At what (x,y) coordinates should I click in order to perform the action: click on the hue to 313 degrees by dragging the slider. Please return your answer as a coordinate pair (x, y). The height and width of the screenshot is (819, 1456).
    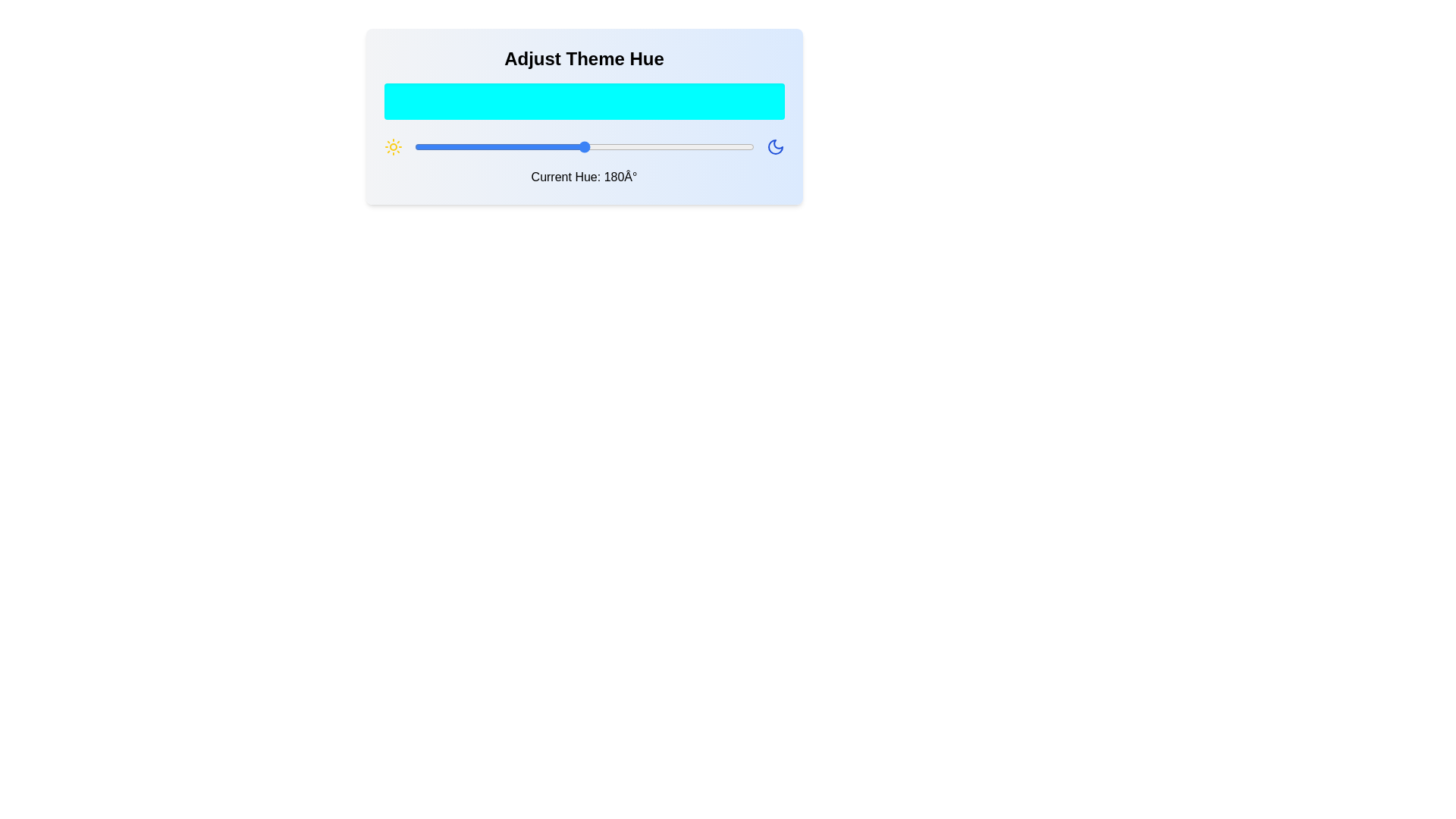
    Looking at the image, I should click on (709, 146).